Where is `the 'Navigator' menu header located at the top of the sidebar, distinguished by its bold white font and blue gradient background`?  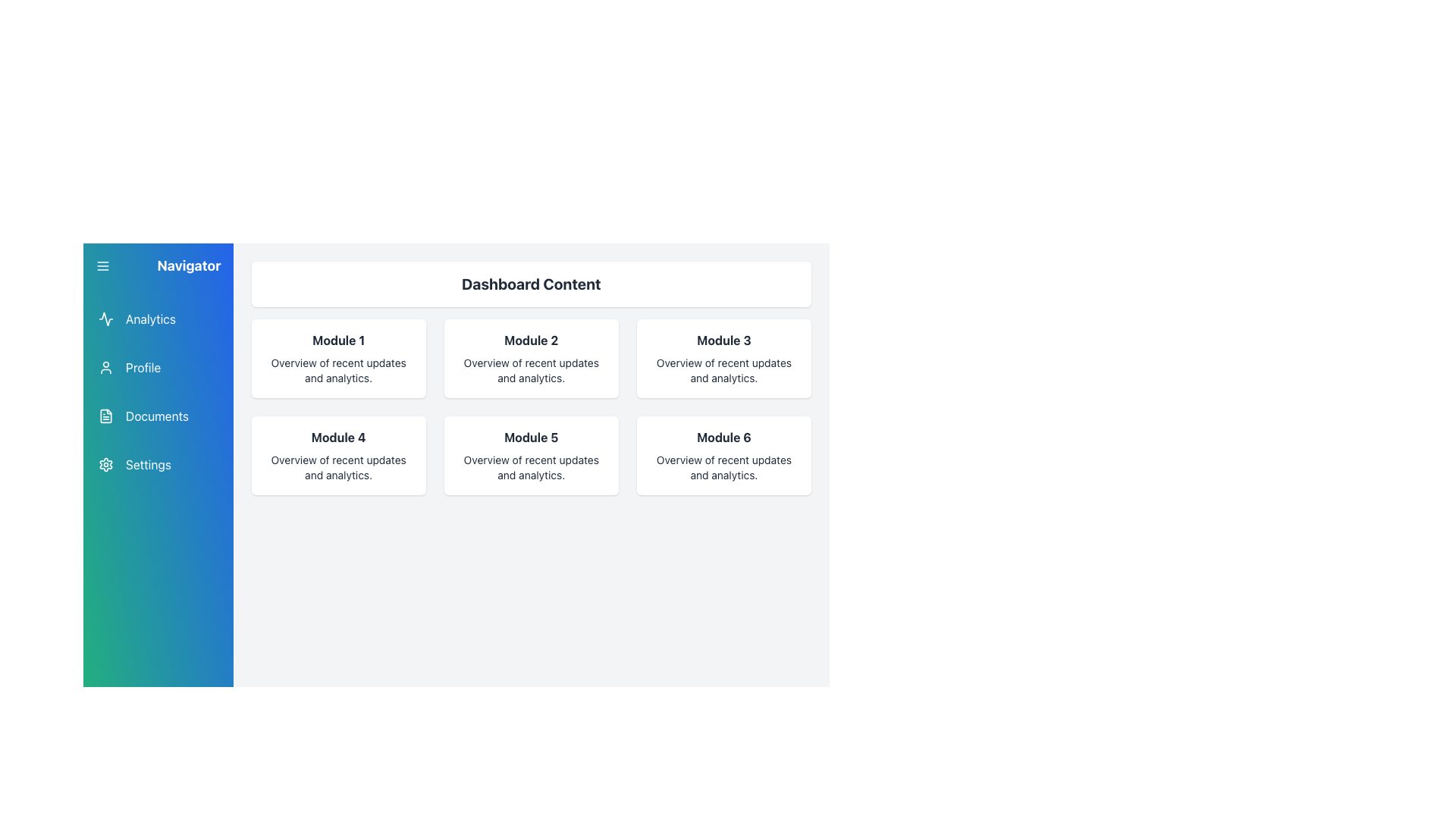 the 'Navigator' menu header located at the top of the sidebar, distinguished by its bold white font and blue gradient background is located at coordinates (158, 265).